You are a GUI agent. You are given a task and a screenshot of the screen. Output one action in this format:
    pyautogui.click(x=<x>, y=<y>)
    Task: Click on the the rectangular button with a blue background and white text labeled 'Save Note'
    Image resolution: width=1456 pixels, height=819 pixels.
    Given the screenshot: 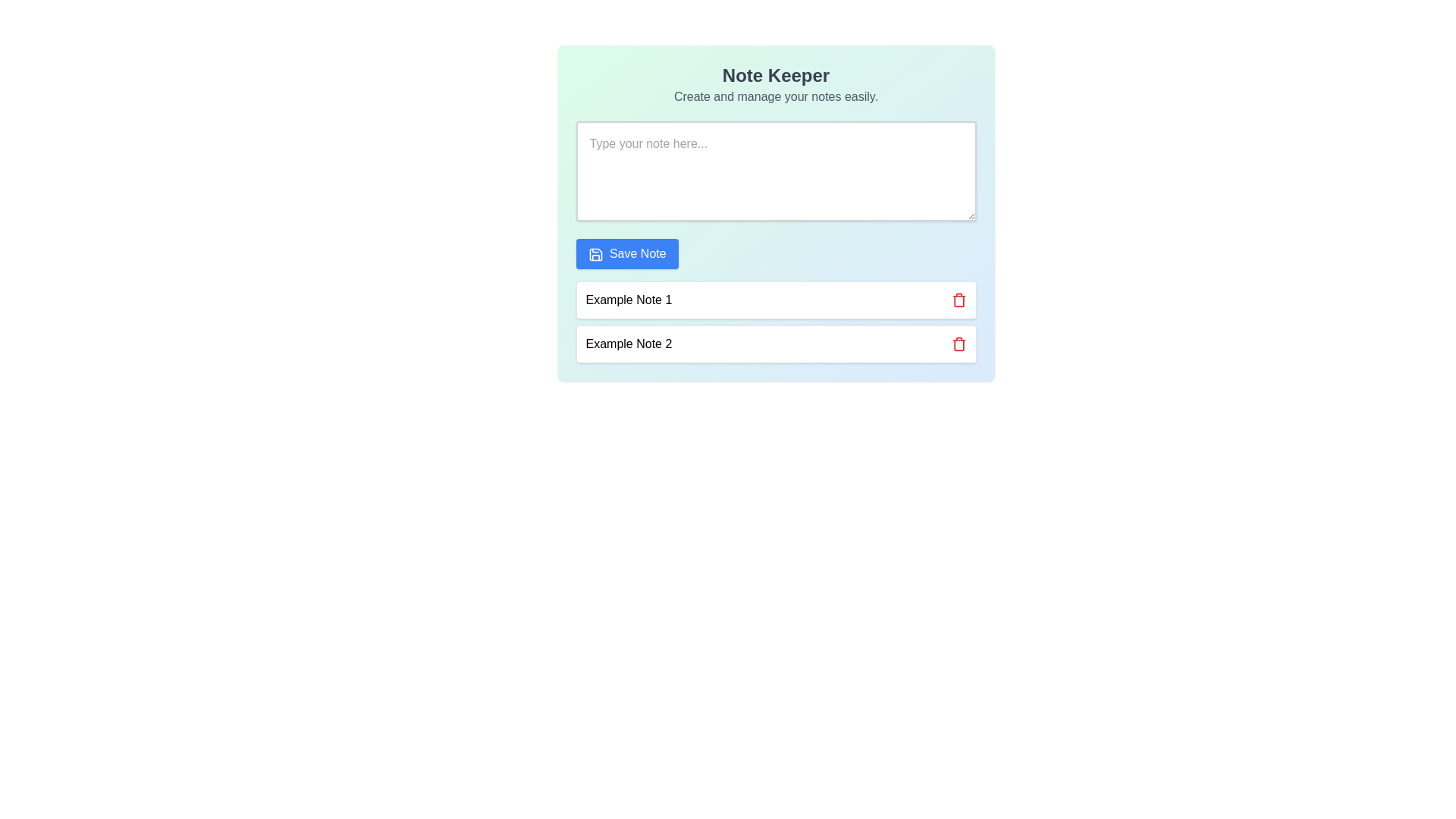 What is the action you would take?
    pyautogui.click(x=627, y=253)
    